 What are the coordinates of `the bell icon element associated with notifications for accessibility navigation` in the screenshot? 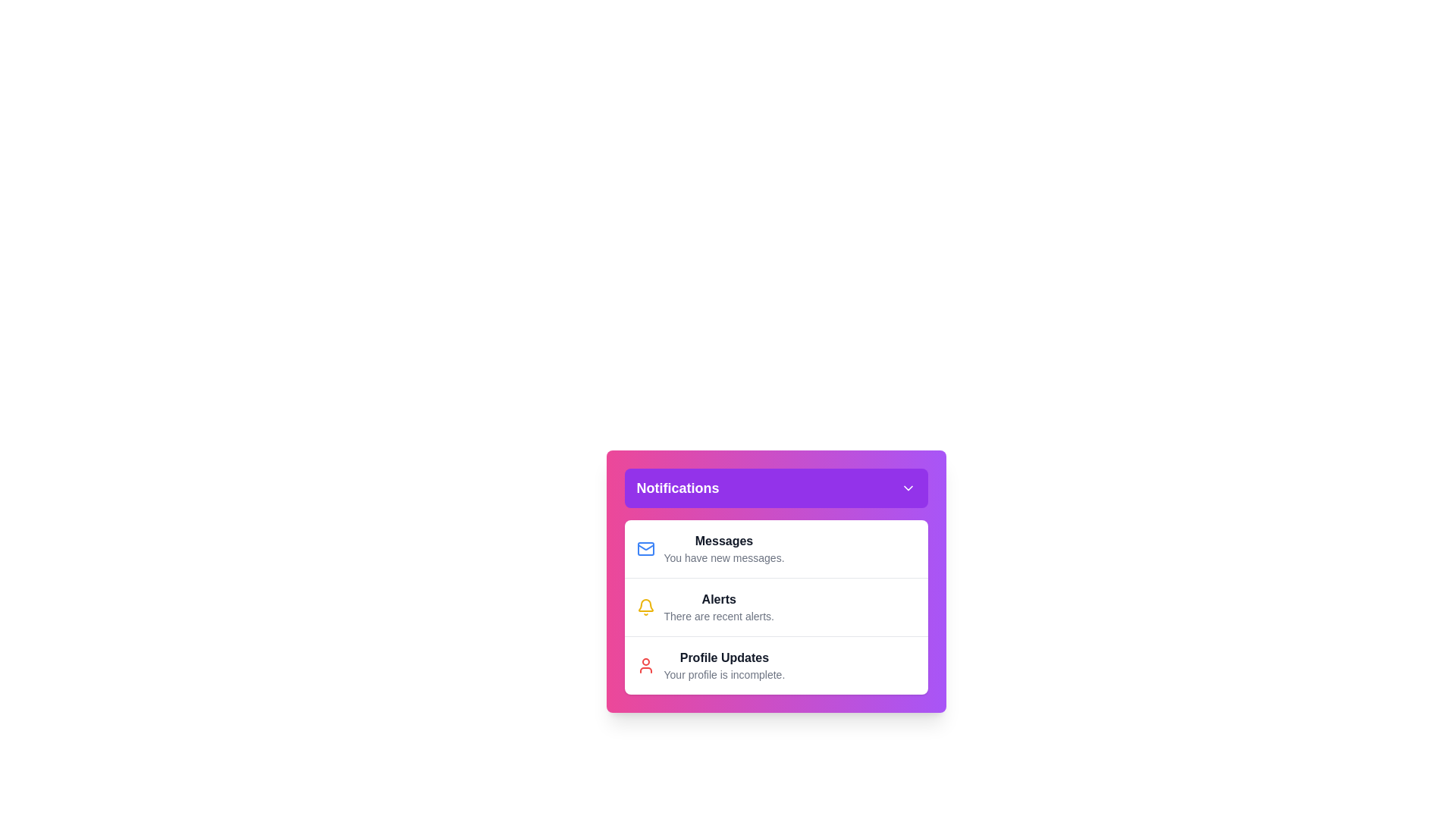 It's located at (645, 604).